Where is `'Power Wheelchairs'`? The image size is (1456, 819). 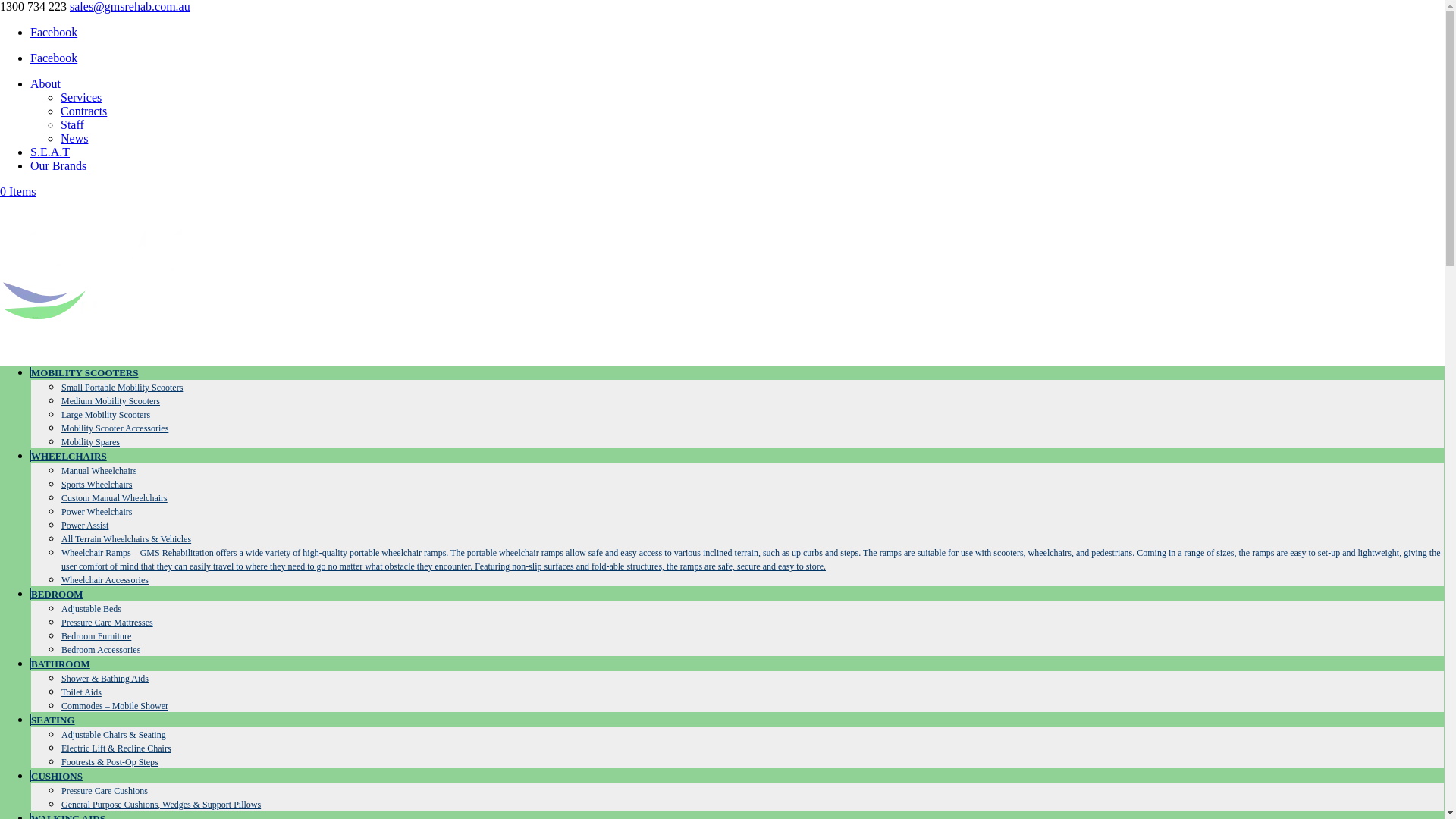 'Power Wheelchairs' is located at coordinates (61, 512).